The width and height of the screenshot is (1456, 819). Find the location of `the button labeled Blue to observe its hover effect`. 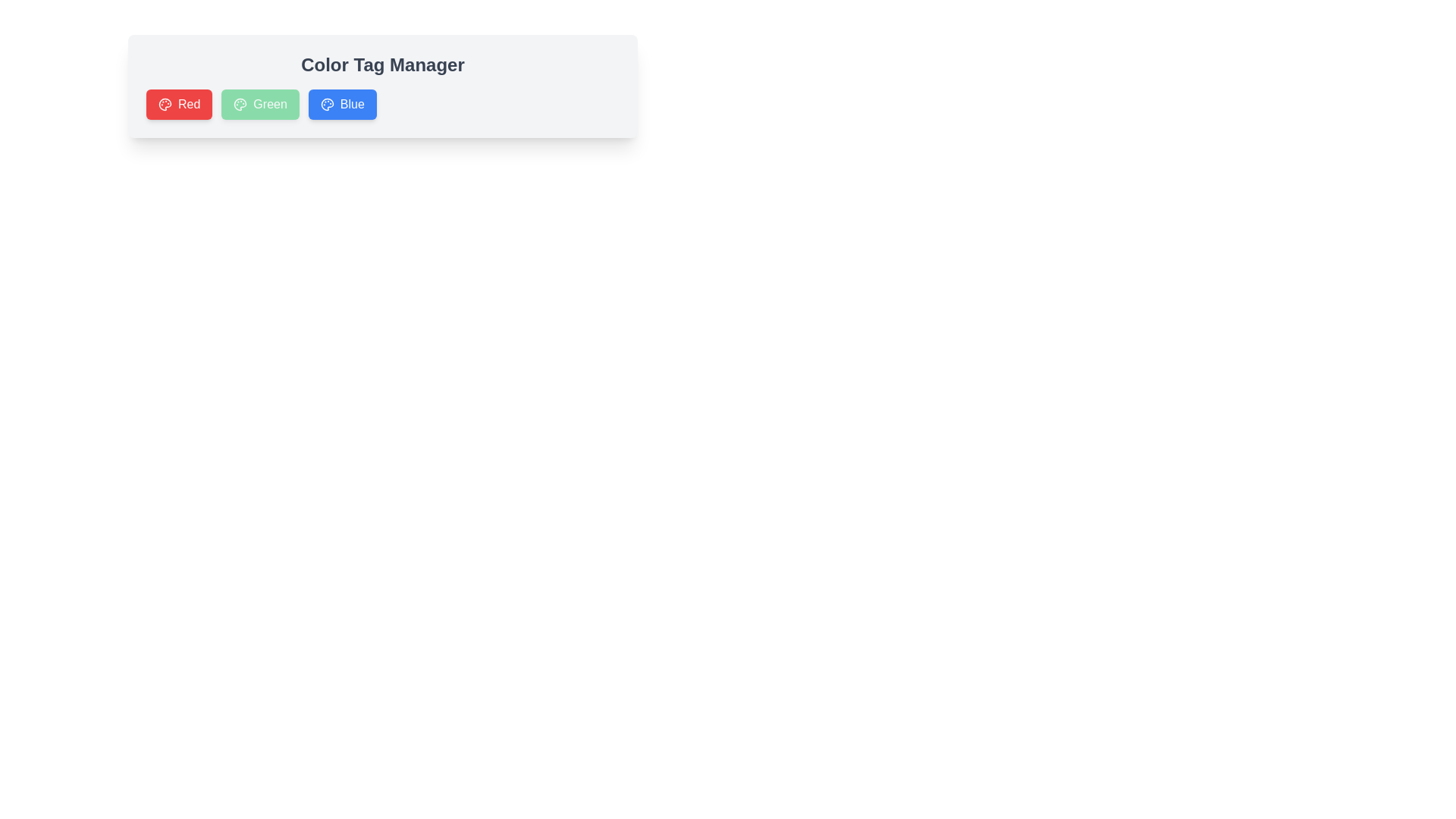

the button labeled Blue to observe its hover effect is located at coordinates (341, 104).